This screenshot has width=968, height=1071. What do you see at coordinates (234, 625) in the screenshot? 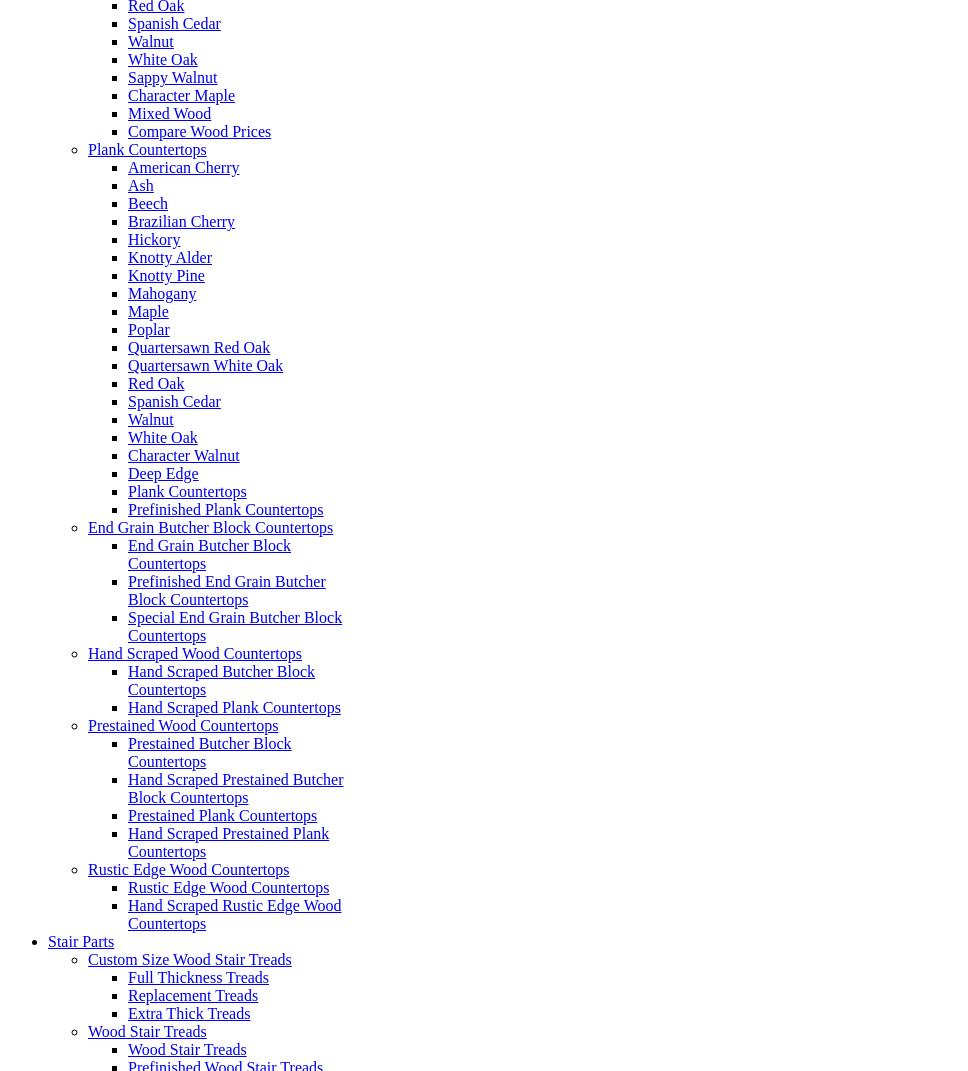
I see `'Special End Grain Butcher Block Countertops'` at bounding box center [234, 625].